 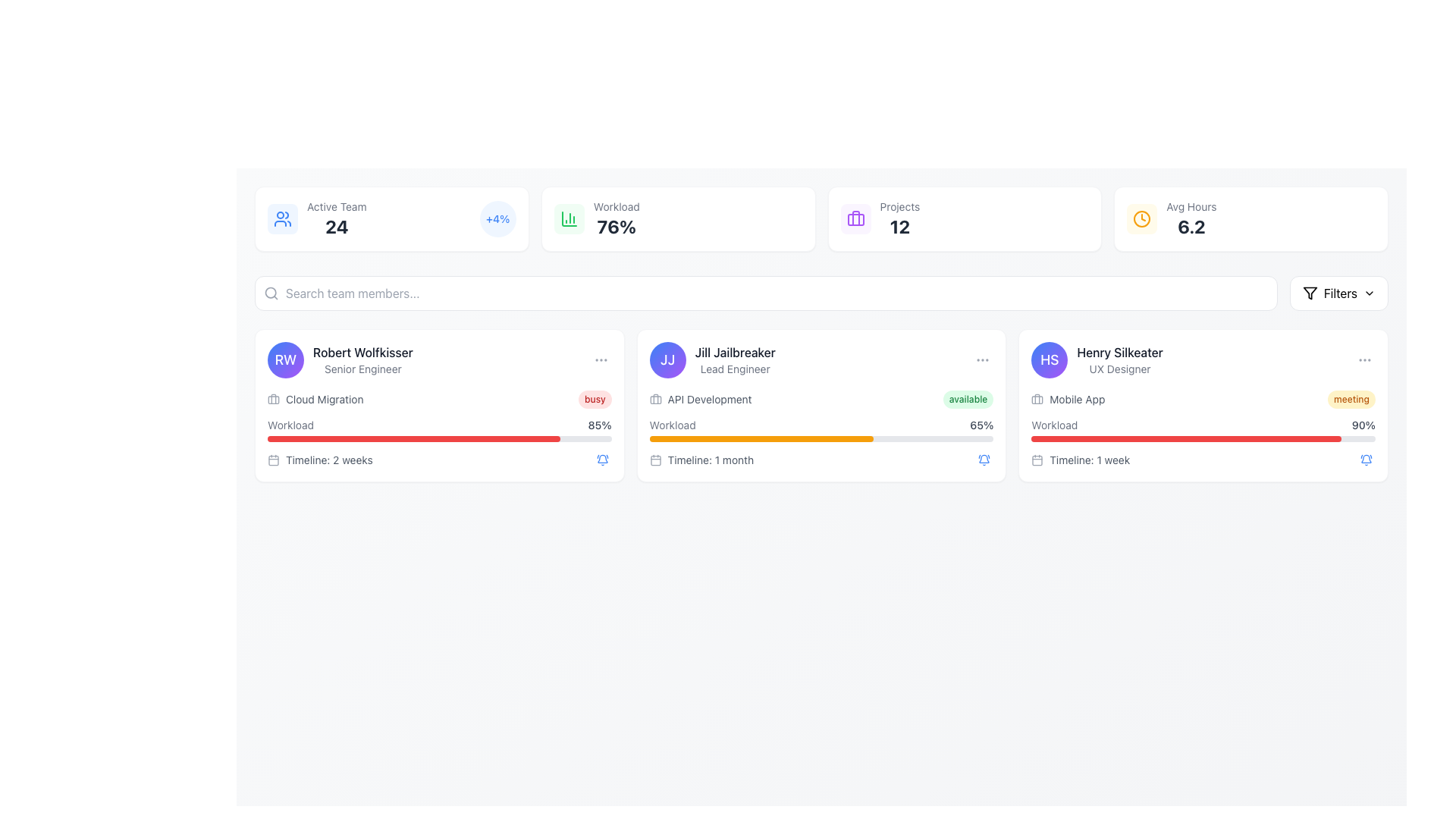 I want to click on the circular button with three horizontal dots located in the top-right corner of the 'Robert Wolfkisser' card, so click(x=600, y=359).